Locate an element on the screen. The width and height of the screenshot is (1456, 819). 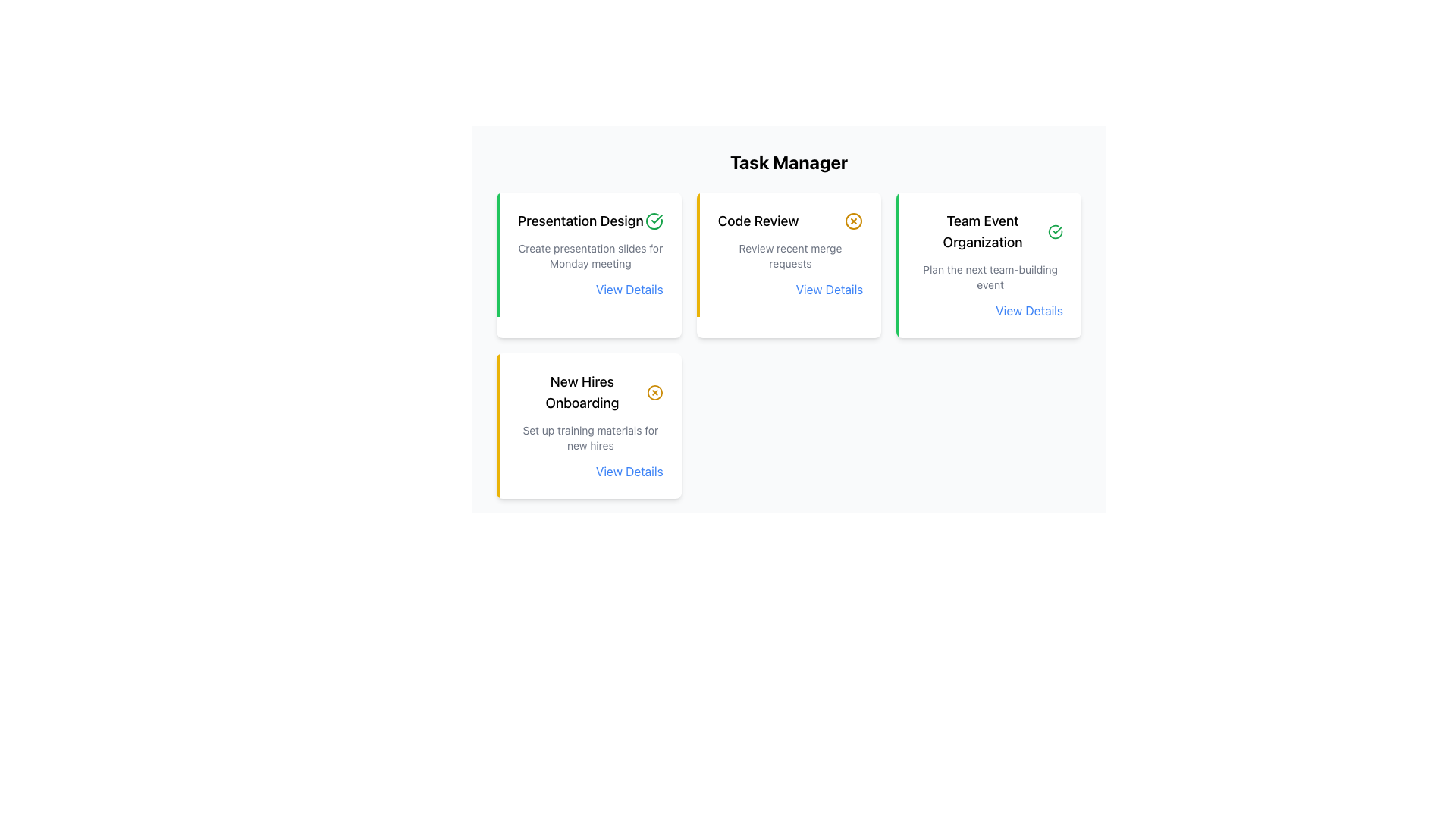
the text label displaying 'Team Event Organization', which is located in the upper-right card of the interface grid is located at coordinates (983, 231).